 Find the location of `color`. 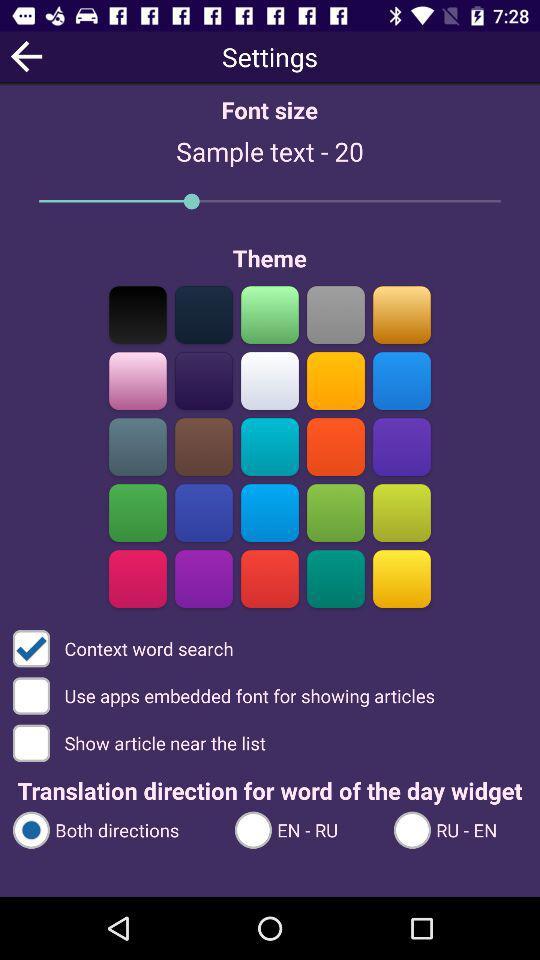

color is located at coordinates (137, 314).